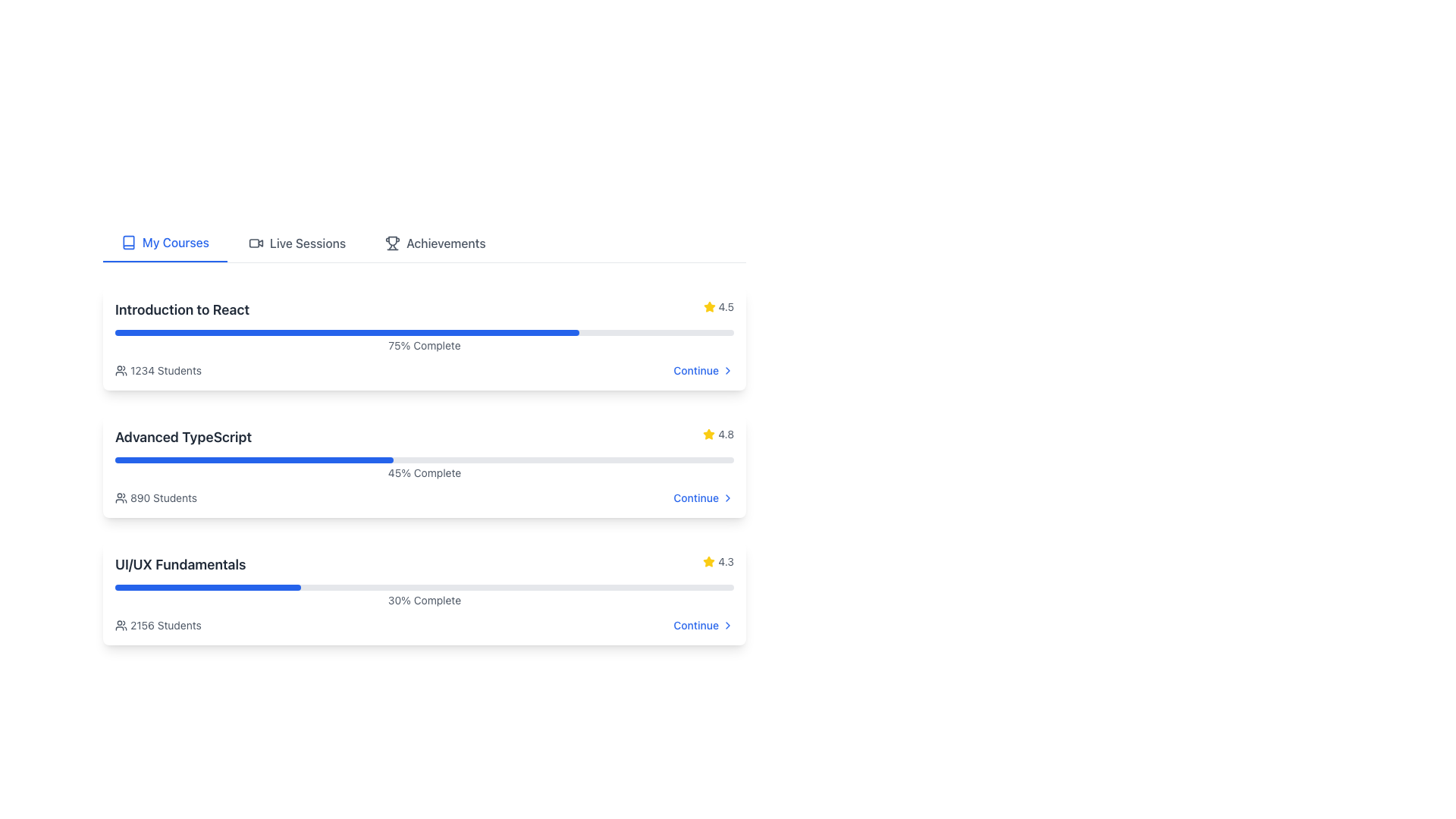  What do you see at coordinates (120, 497) in the screenshot?
I see `the graphical icon depicting a group located in the second course card of the 'My Courses' section, to the left of the text '890 Students'` at bounding box center [120, 497].